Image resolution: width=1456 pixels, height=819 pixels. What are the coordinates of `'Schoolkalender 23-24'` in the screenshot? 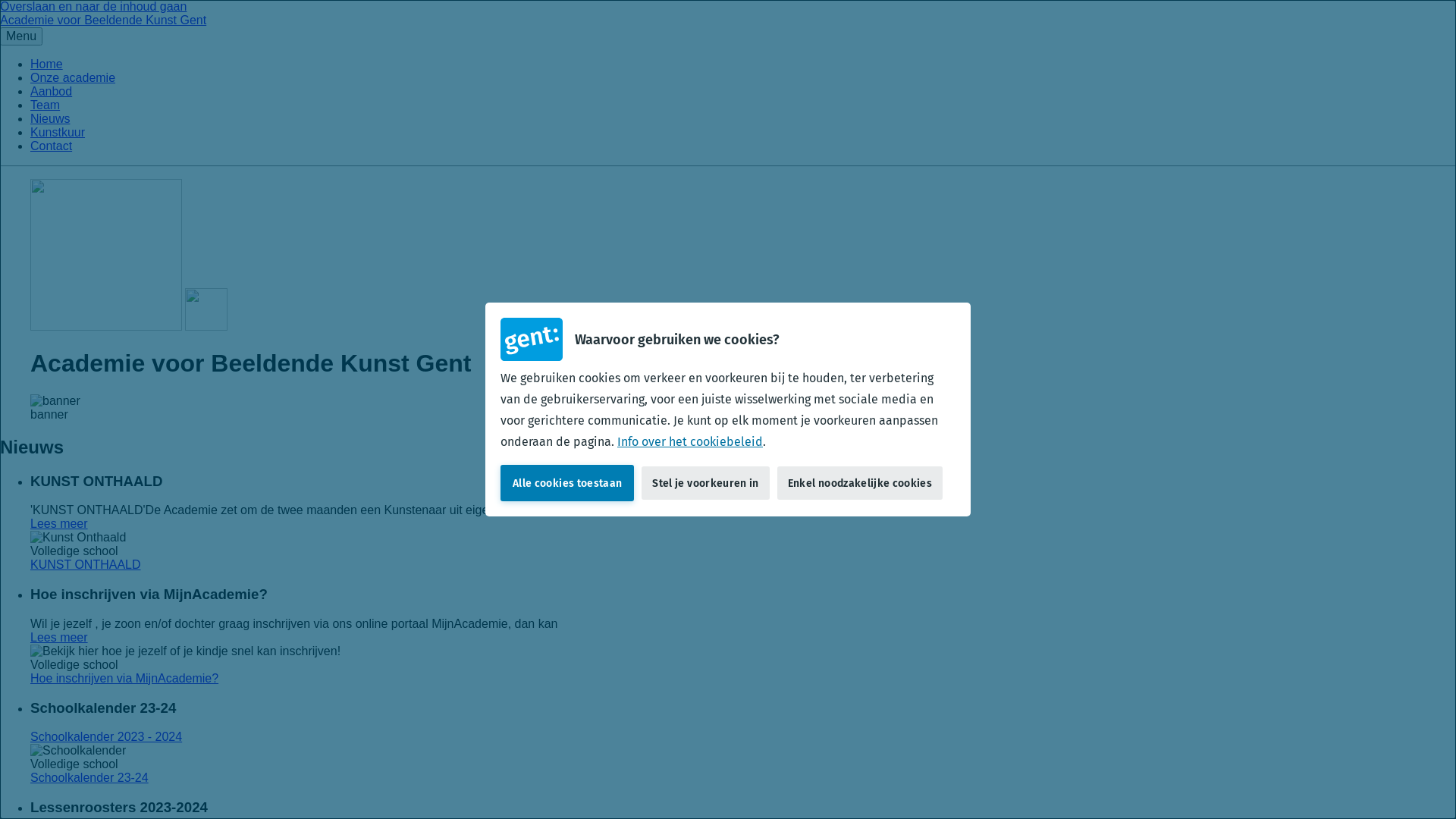 It's located at (89, 777).